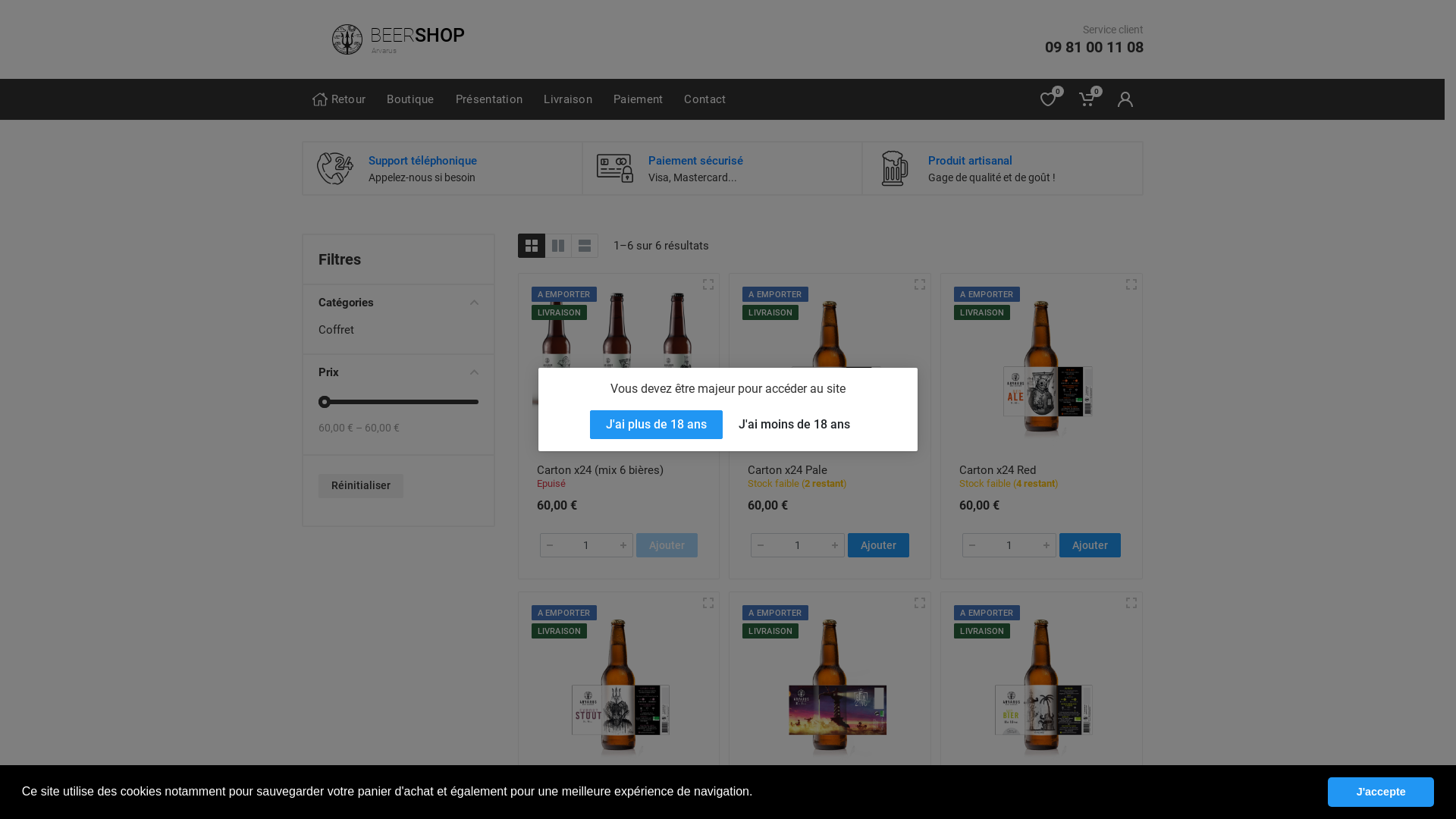 The width and height of the screenshot is (1456, 819). What do you see at coordinates (582, 245) in the screenshot?
I see `'Liste'` at bounding box center [582, 245].